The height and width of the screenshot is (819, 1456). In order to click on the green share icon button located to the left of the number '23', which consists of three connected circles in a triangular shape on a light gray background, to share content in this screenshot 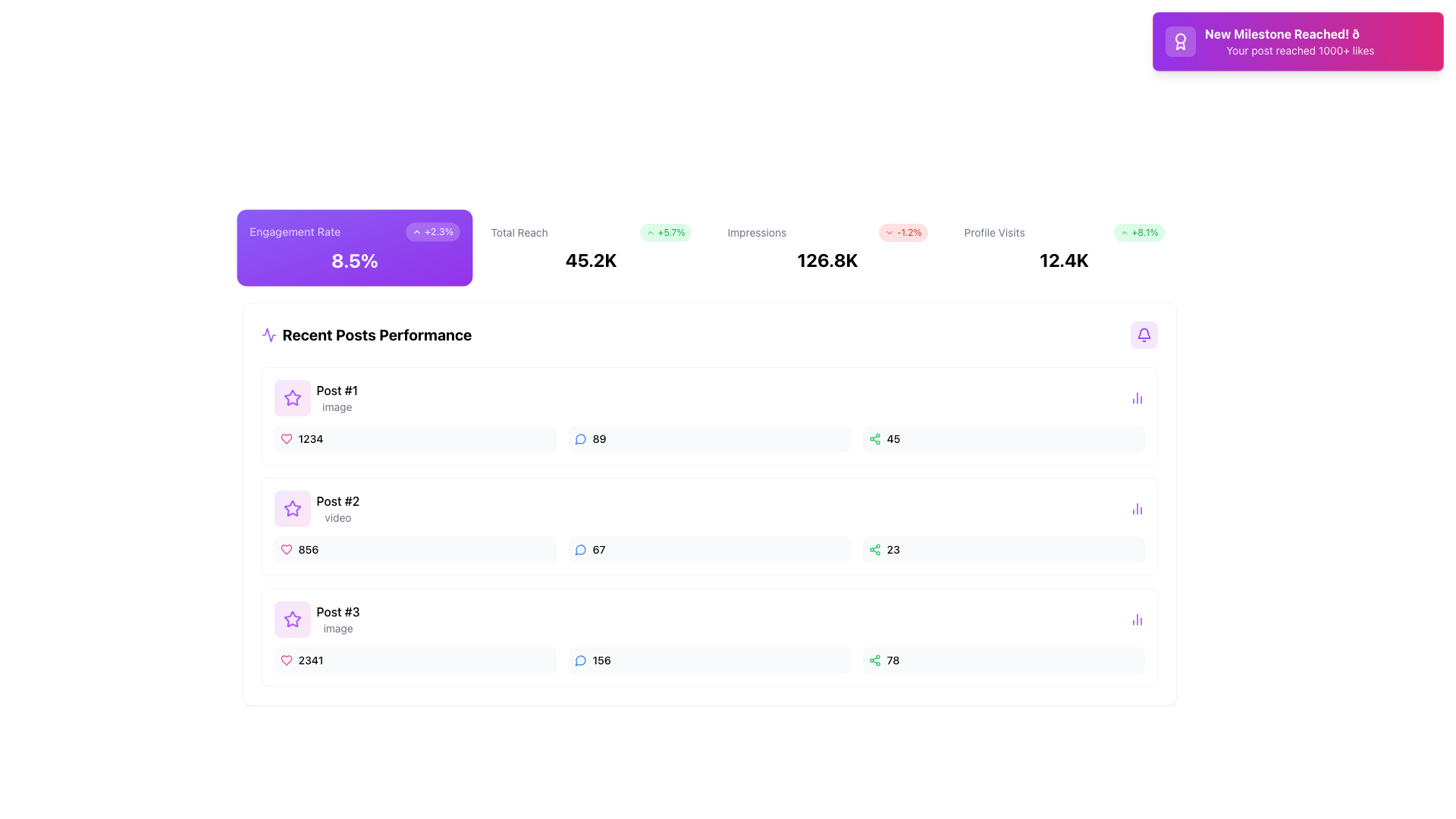, I will do `click(874, 550)`.